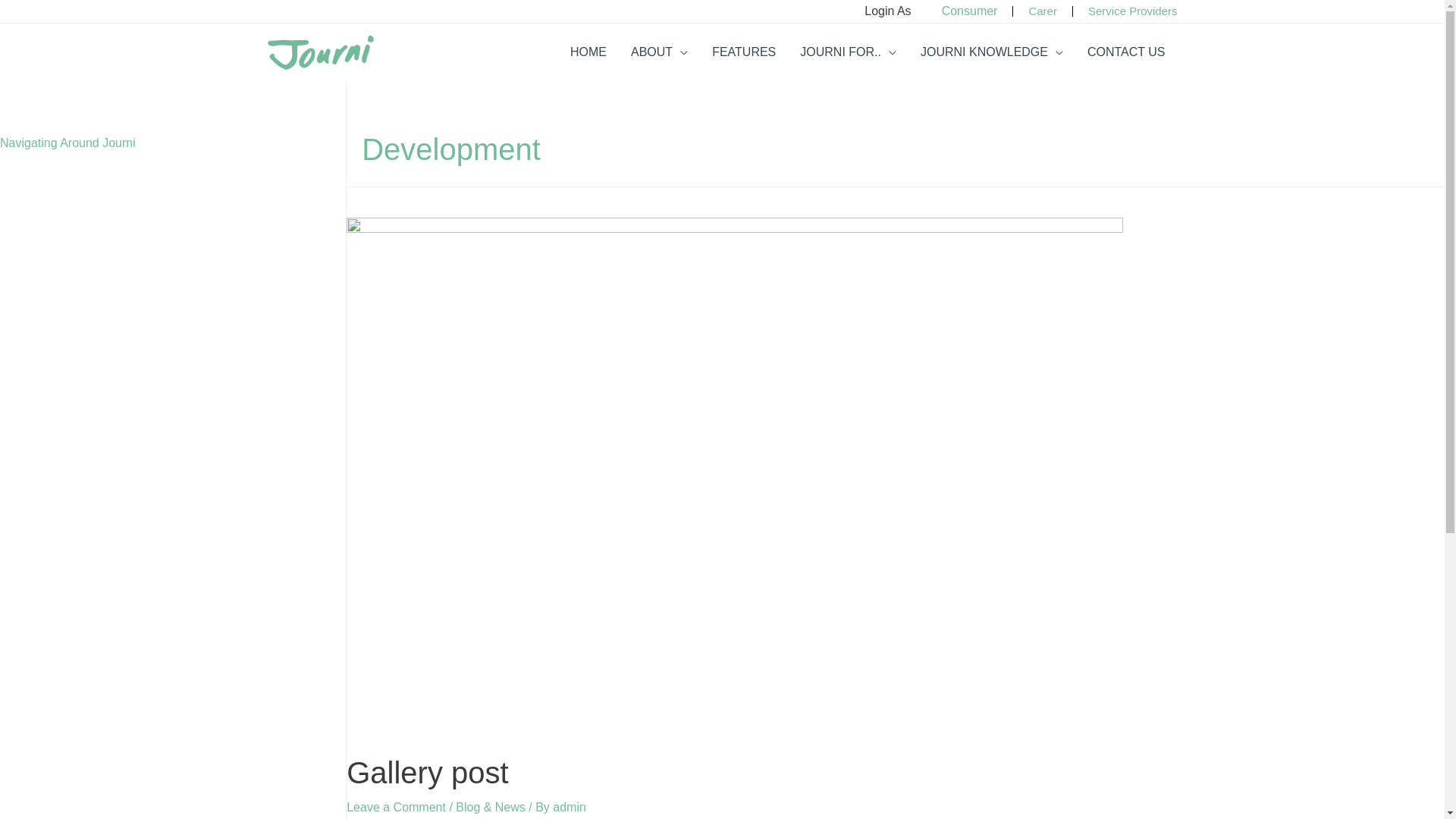  Describe the element at coordinates (568, 806) in the screenshot. I see `'admin'` at that location.